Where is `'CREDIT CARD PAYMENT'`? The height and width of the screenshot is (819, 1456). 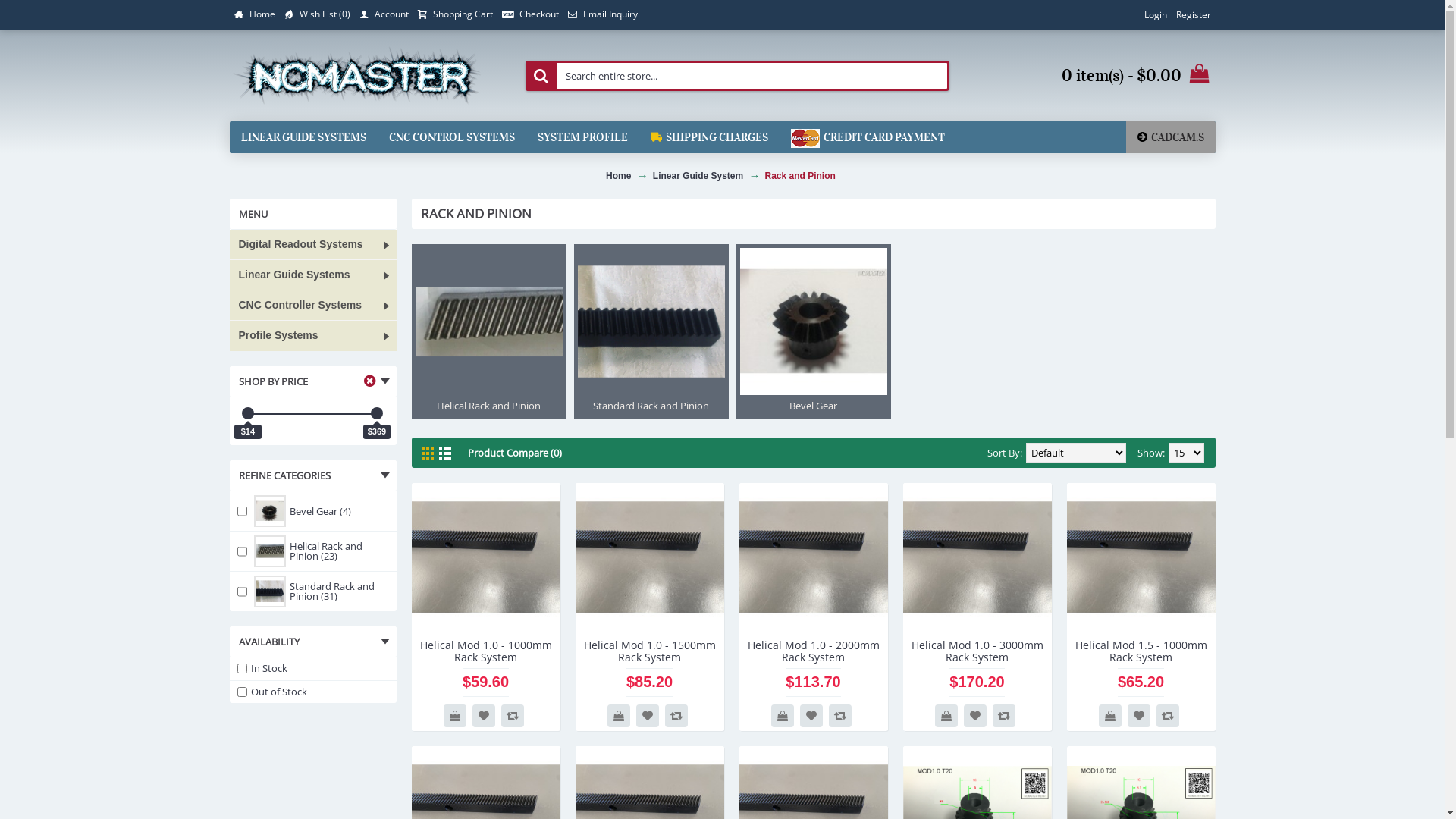 'CREDIT CARD PAYMENT' is located at coordinates (868, 137).